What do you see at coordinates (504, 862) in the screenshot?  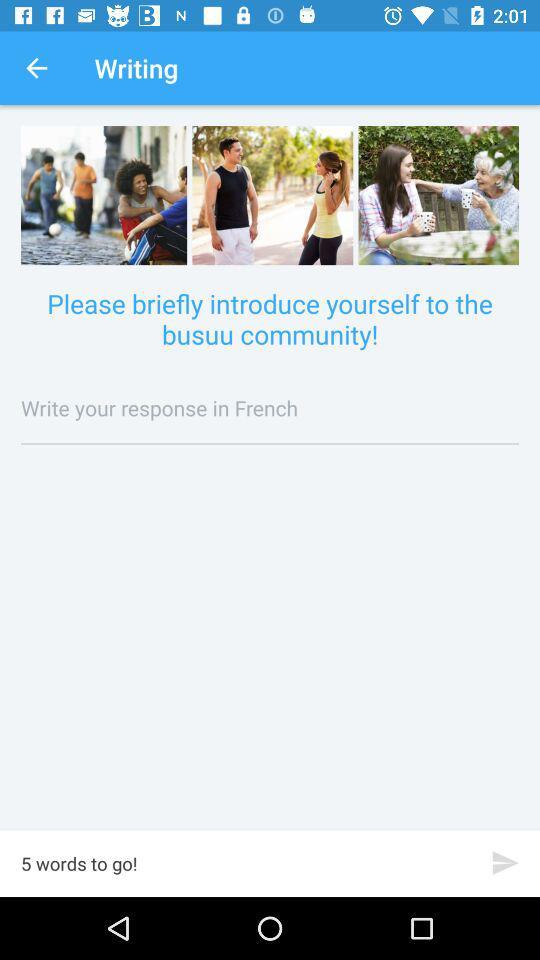 I see `the item to the right of 5 words to` at bounding box center [504, 862].